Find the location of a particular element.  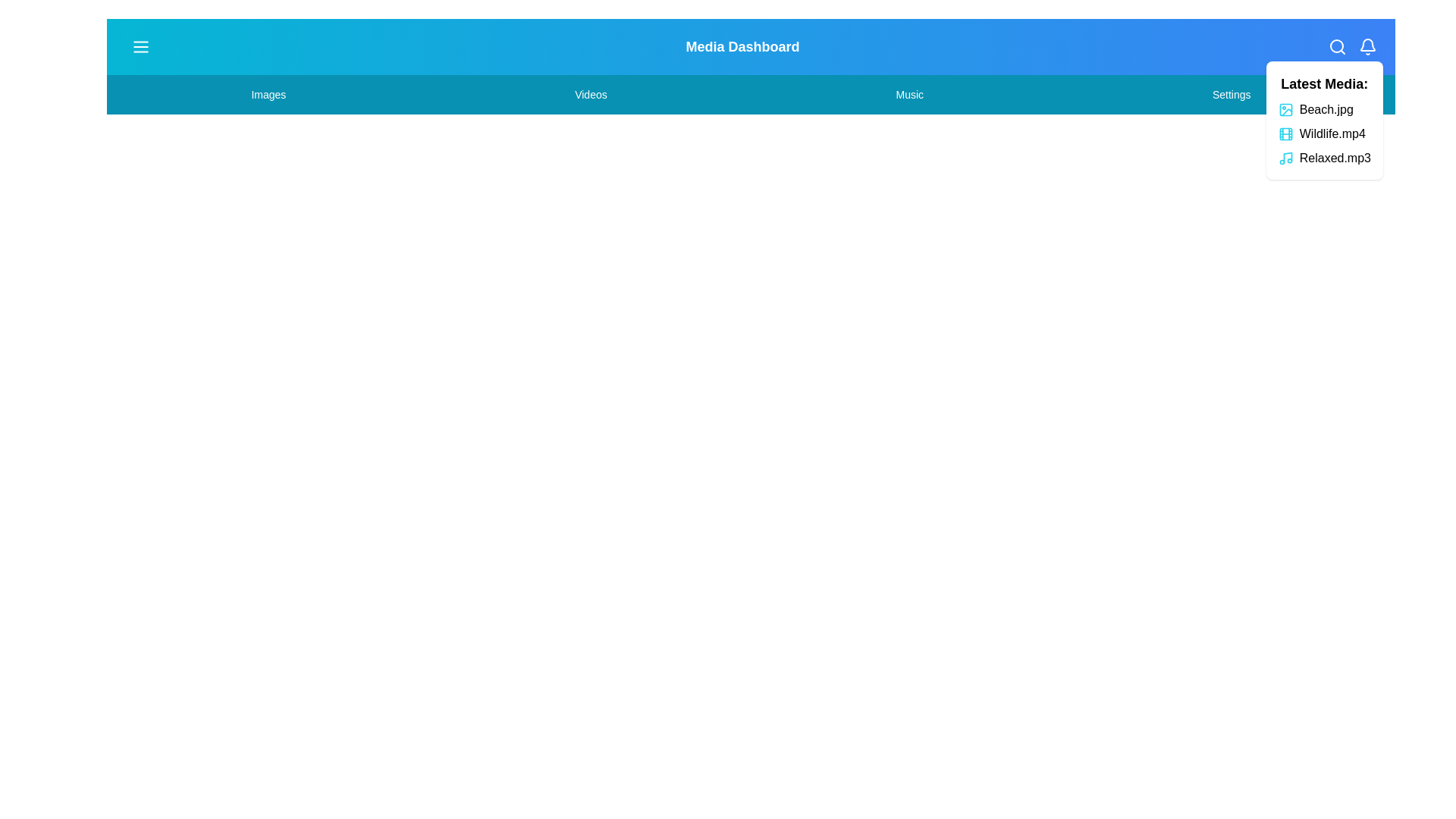

the bell icon to toggle the media panel visibility is located at coordinates (1368, 45).